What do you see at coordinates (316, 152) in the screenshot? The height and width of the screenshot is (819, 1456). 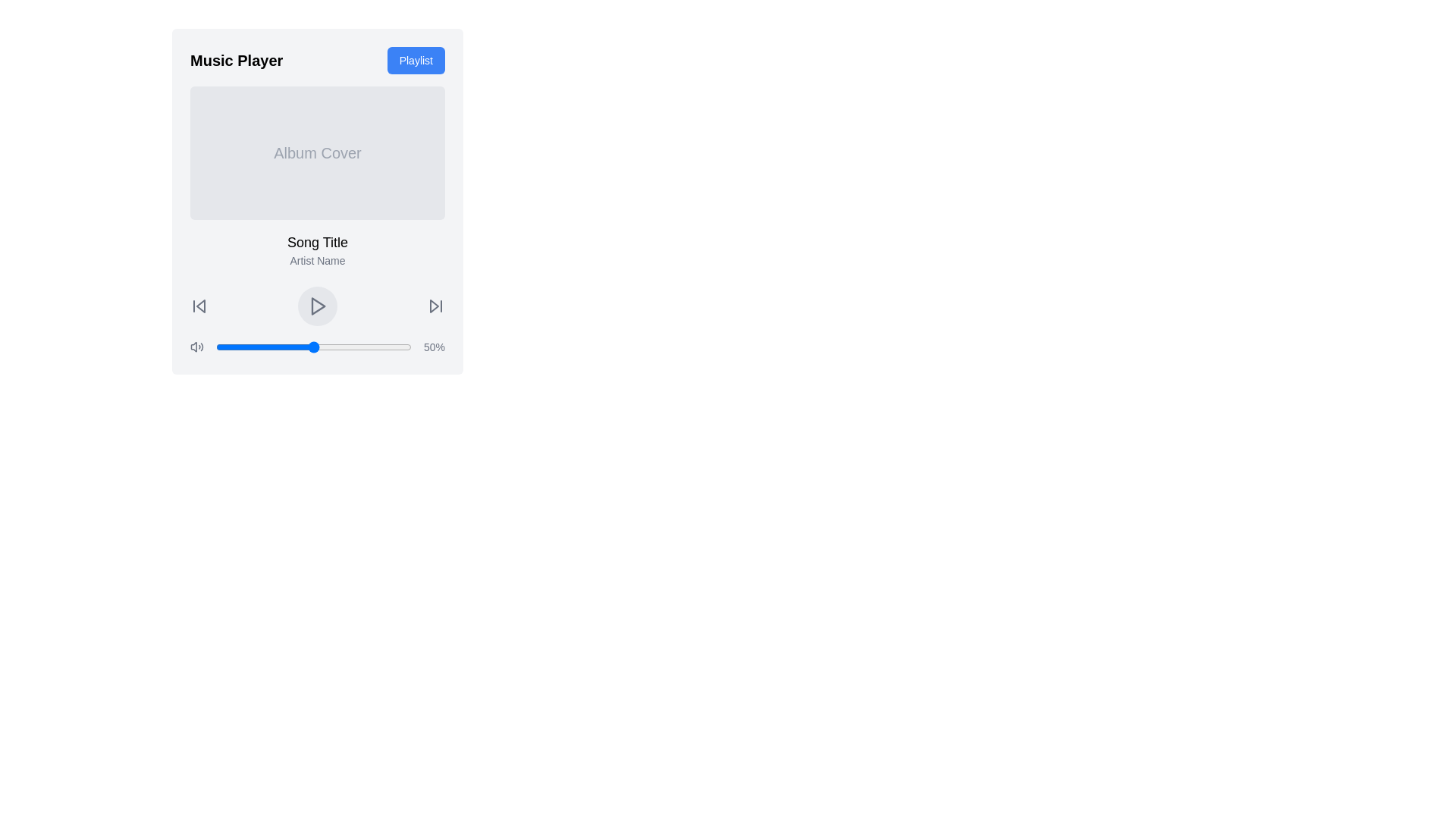 I see `the album cover placeholder in the music player interface, which is located beneath the header section and centered horizontally` at bounding box center [316, 152].